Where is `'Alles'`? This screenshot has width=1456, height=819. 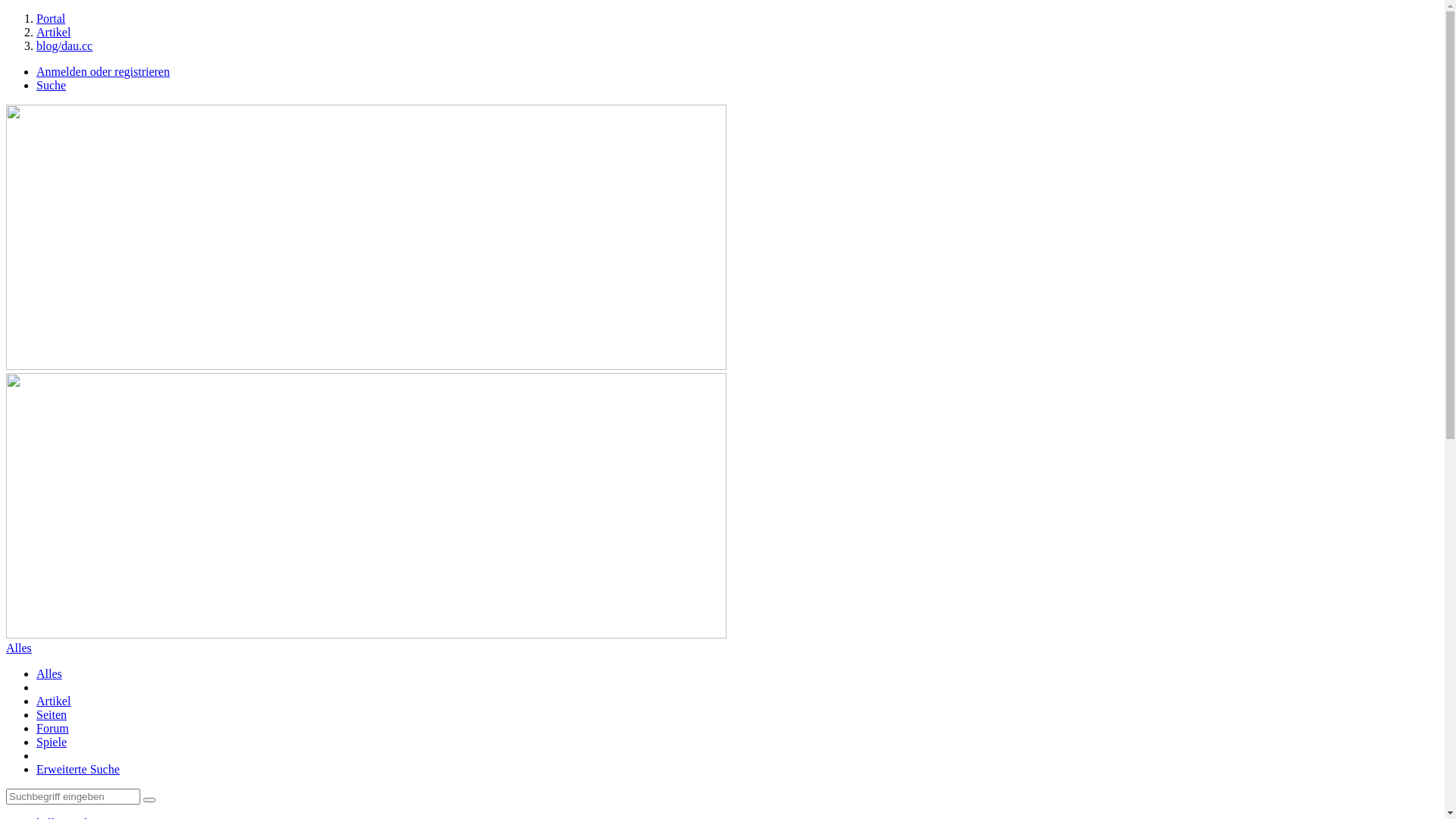 'Alles' is located at coordinates (18, 648).